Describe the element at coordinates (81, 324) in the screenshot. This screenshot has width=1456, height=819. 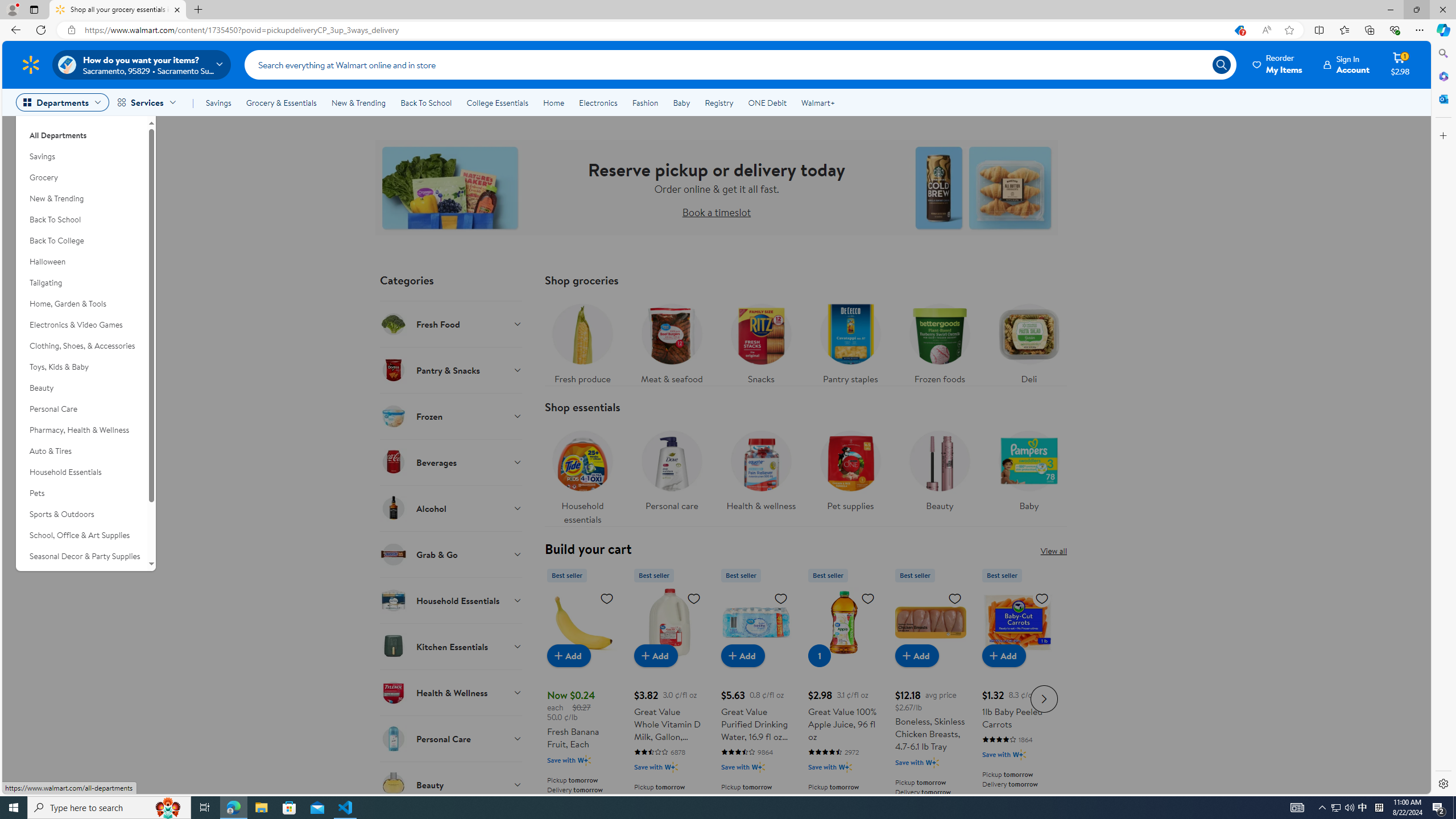
I see `'Electronics & Video Games'` at that location.